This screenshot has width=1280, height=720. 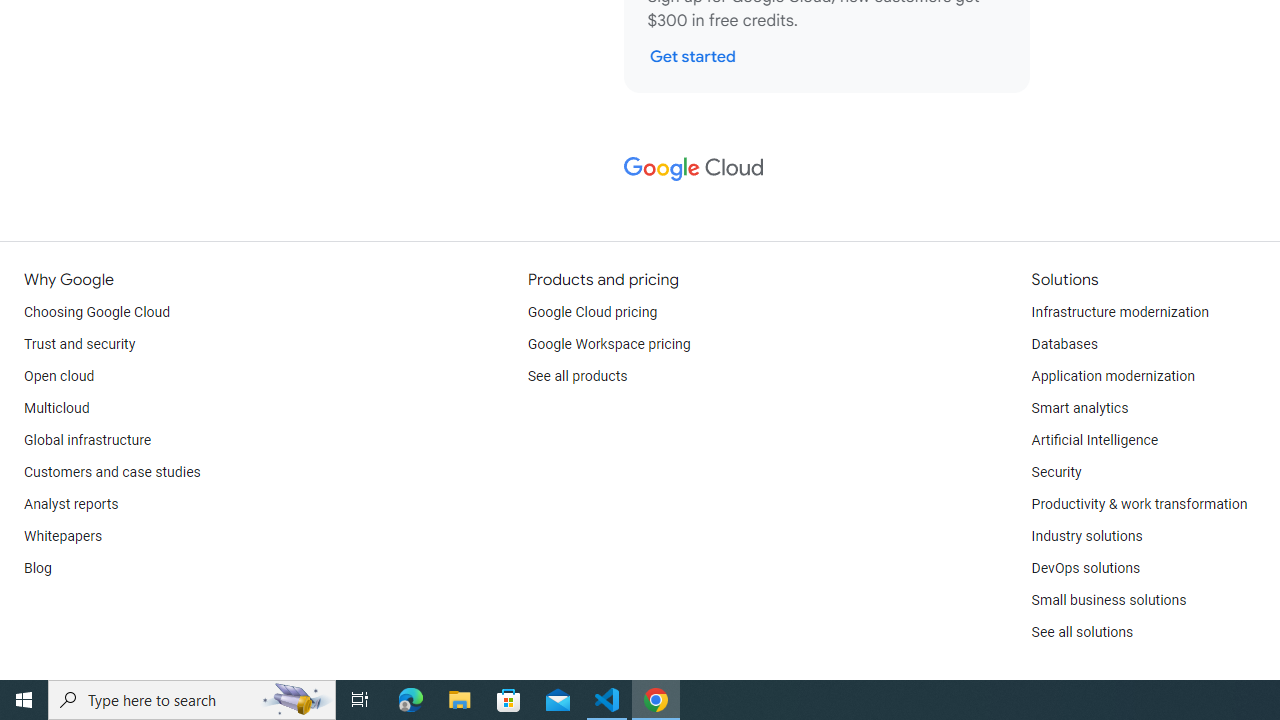 What do you see at coordinates (1120, 312) in the screenshot?
I see `'Infrastructure modernization'` at bounding box center [1120, 312].